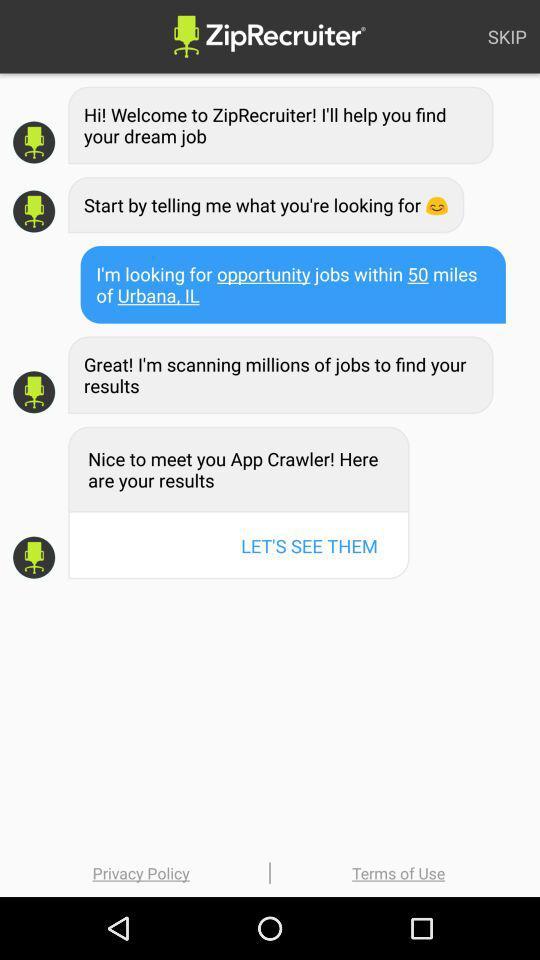 This screenshot has height=960, width=540. Describe the element at coordinates (309, 545) in the screenshot. I see `the let s see item` at that location.